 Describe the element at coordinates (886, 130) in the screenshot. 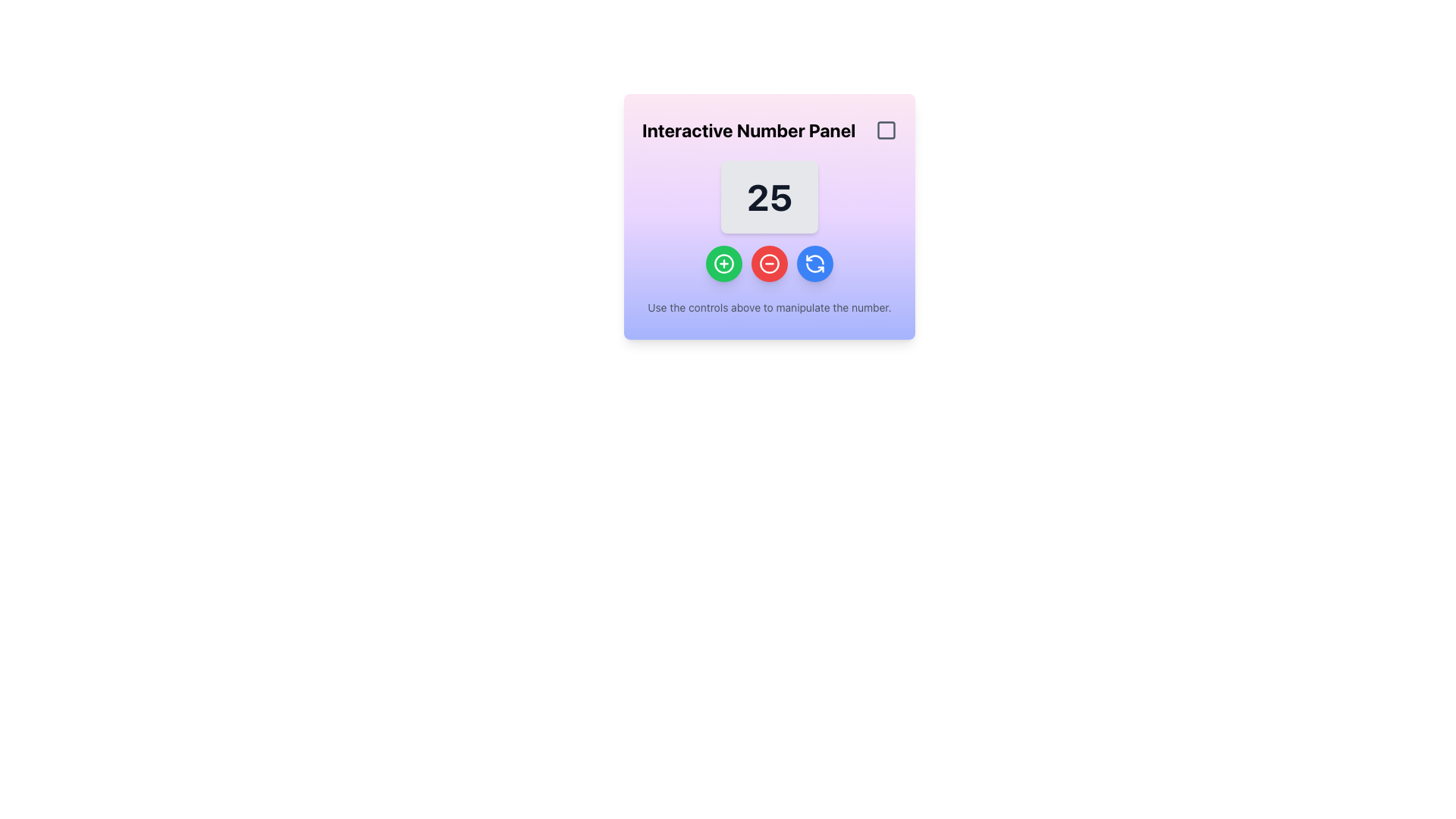

I see `the small, square button with rounded corners located in the header area of the 'Interactive Number Panel', adjacent to the title text` at that location.